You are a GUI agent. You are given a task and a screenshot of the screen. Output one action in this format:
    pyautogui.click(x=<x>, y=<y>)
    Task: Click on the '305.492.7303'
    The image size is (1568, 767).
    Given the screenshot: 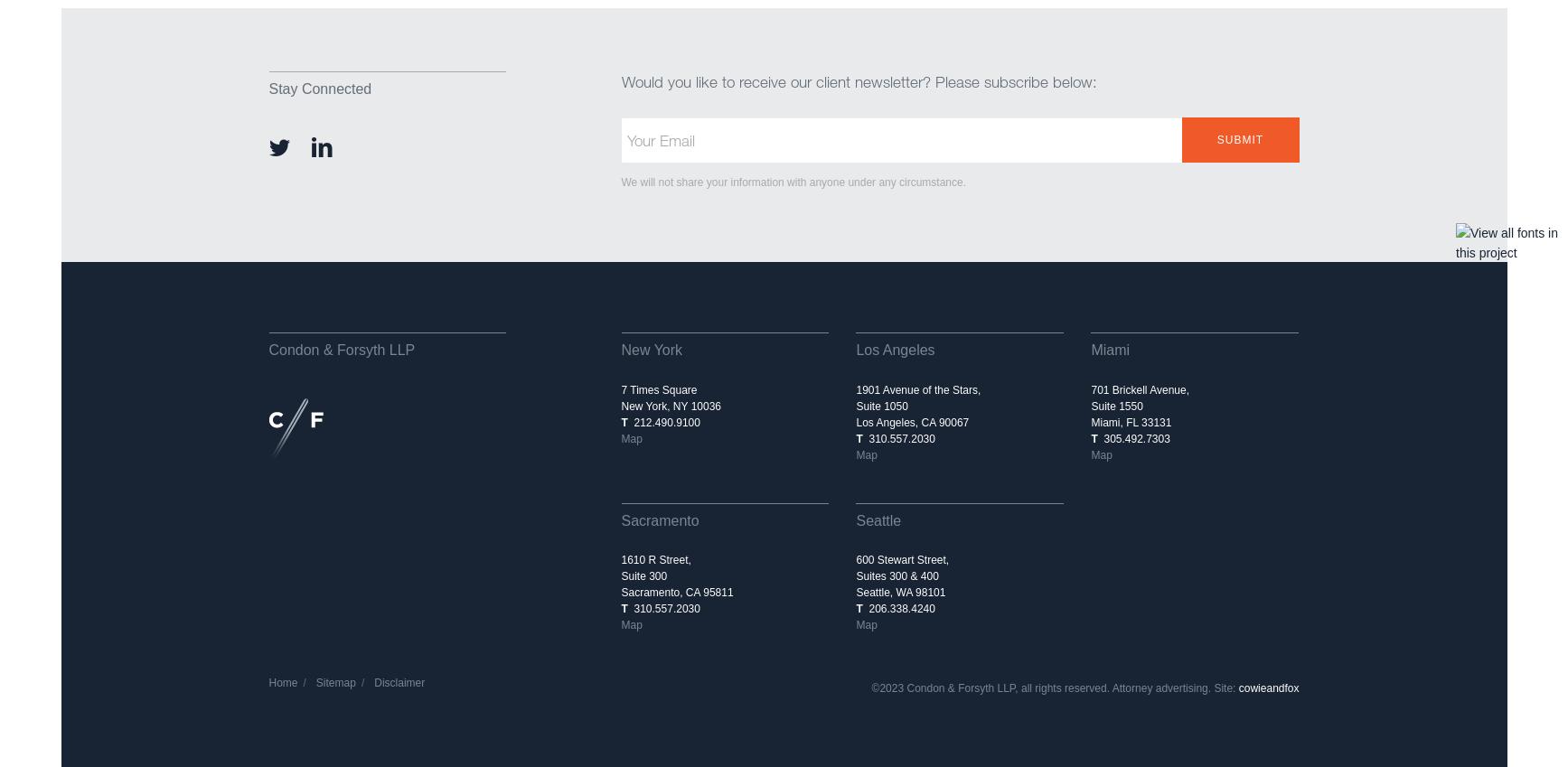 What is the action you would take?
    pyautogui.click(x=1132, y=437)
    